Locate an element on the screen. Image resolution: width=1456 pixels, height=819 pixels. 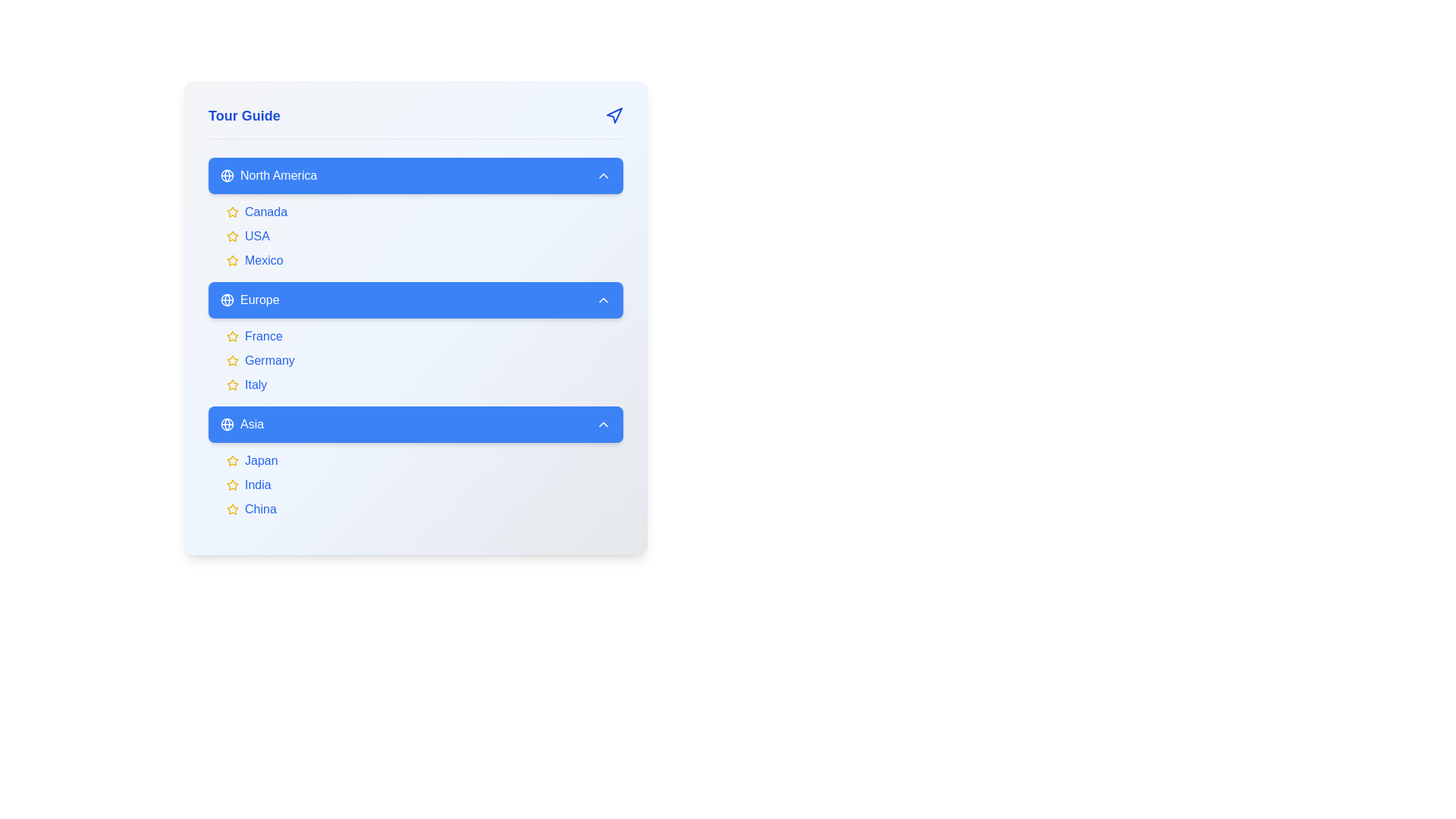
the rightmost icon in the header section of the 'Tour Guide' panel, which represents navigation or movement features is located at coordinates (614, 115).